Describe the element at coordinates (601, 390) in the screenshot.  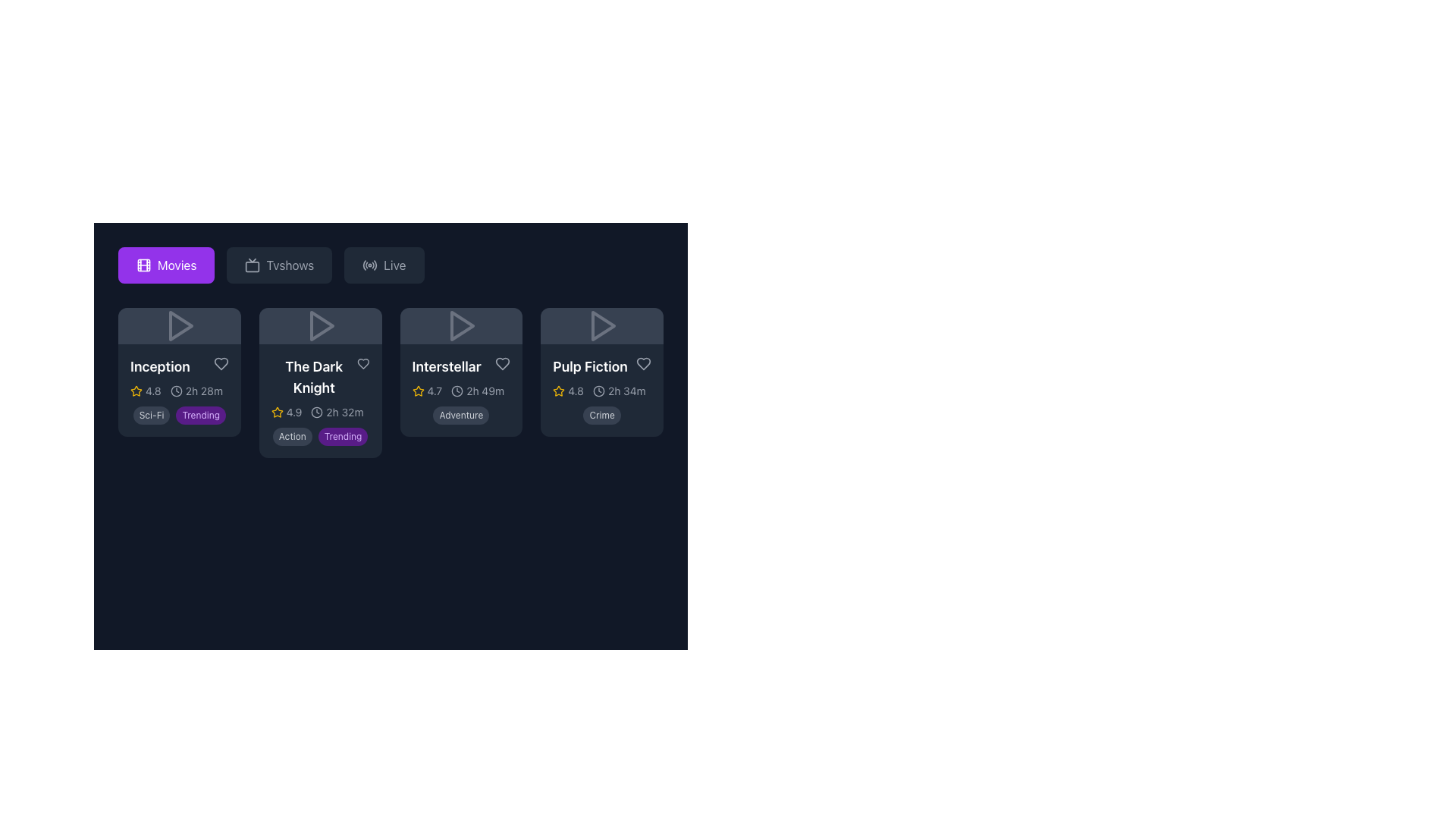
I see `to select the movie card displaying detailed information about 'Pulp Fiction', including its title, rating, duration, and genre, located within the fourth card of a horizontal list layout` at that location.